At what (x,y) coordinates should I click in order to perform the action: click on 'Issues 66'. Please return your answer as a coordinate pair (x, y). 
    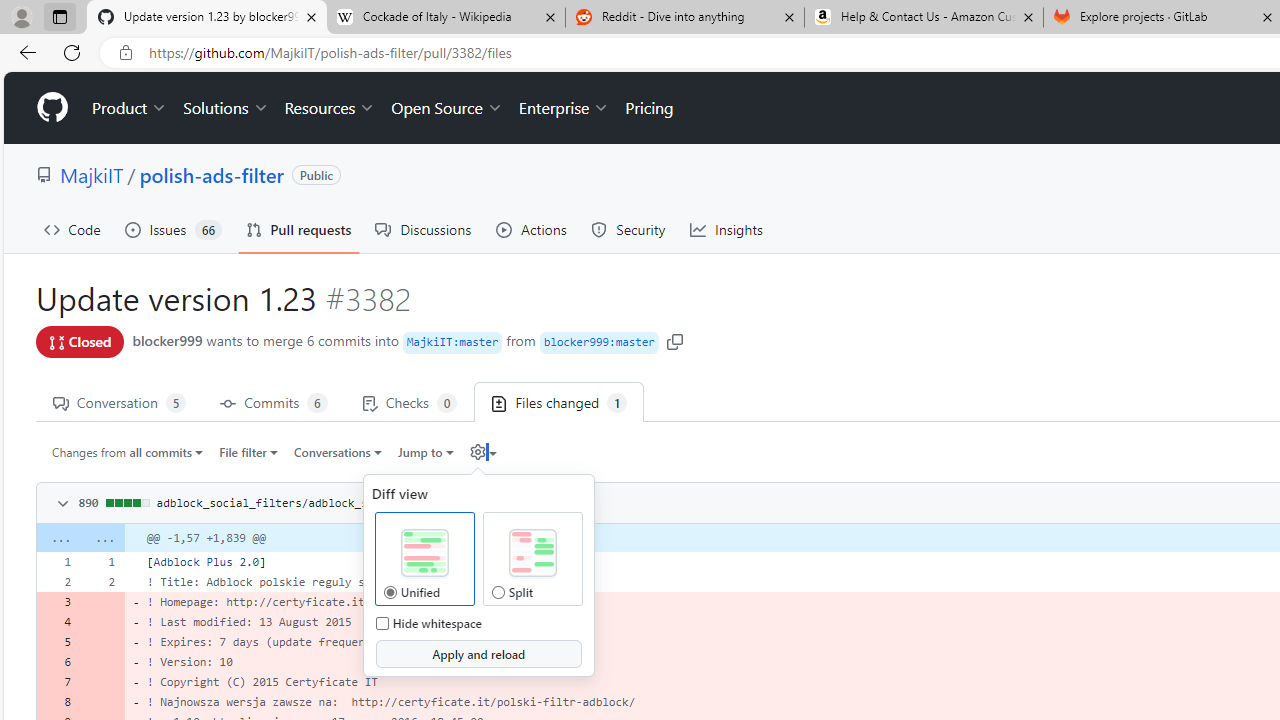
    Looking at the image, I should click on (173, 229).